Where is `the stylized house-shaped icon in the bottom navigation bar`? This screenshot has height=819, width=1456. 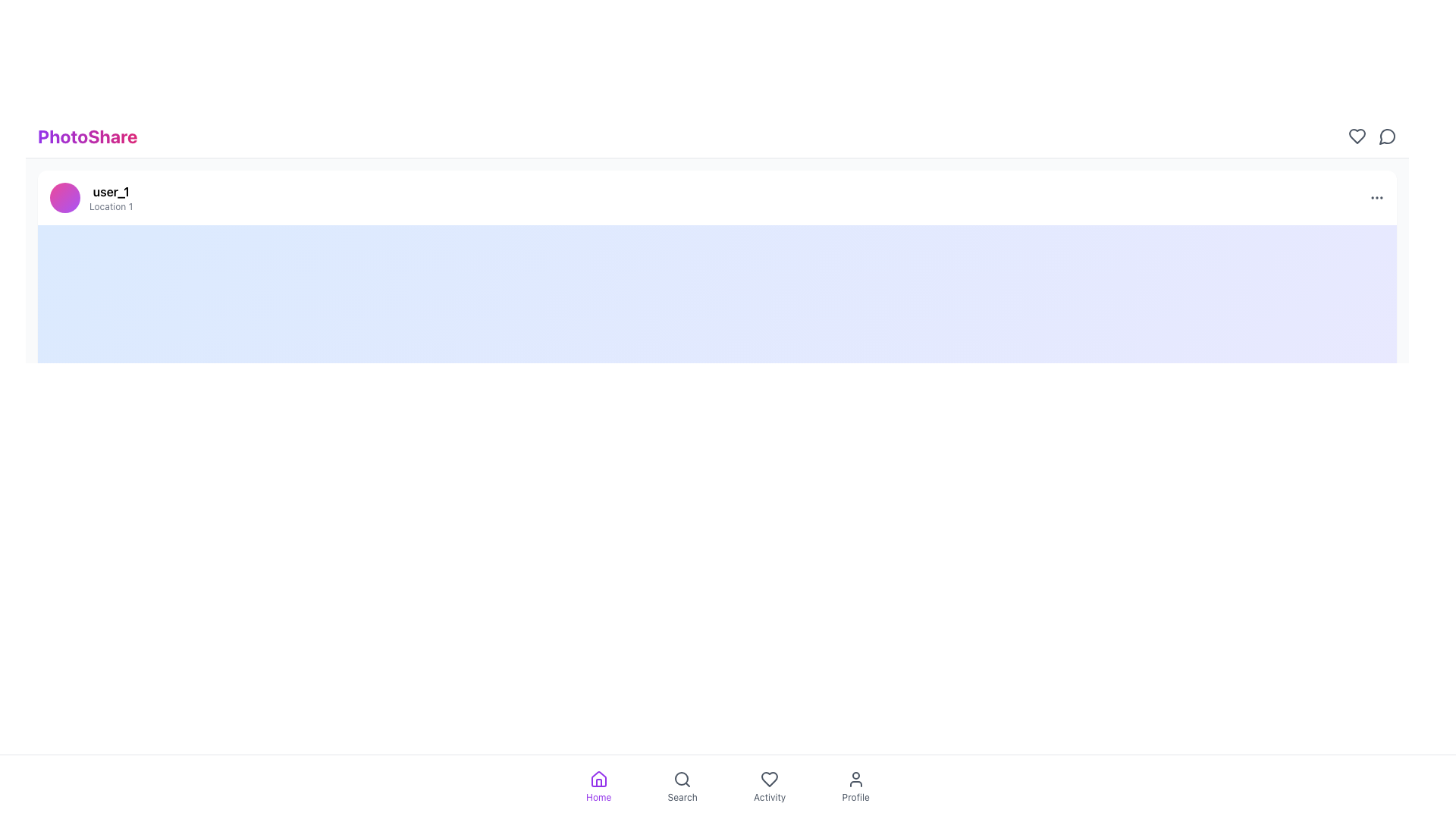
the stylized house-shaped icon in the bottom navigation bar is located at coordinates (598, 780).